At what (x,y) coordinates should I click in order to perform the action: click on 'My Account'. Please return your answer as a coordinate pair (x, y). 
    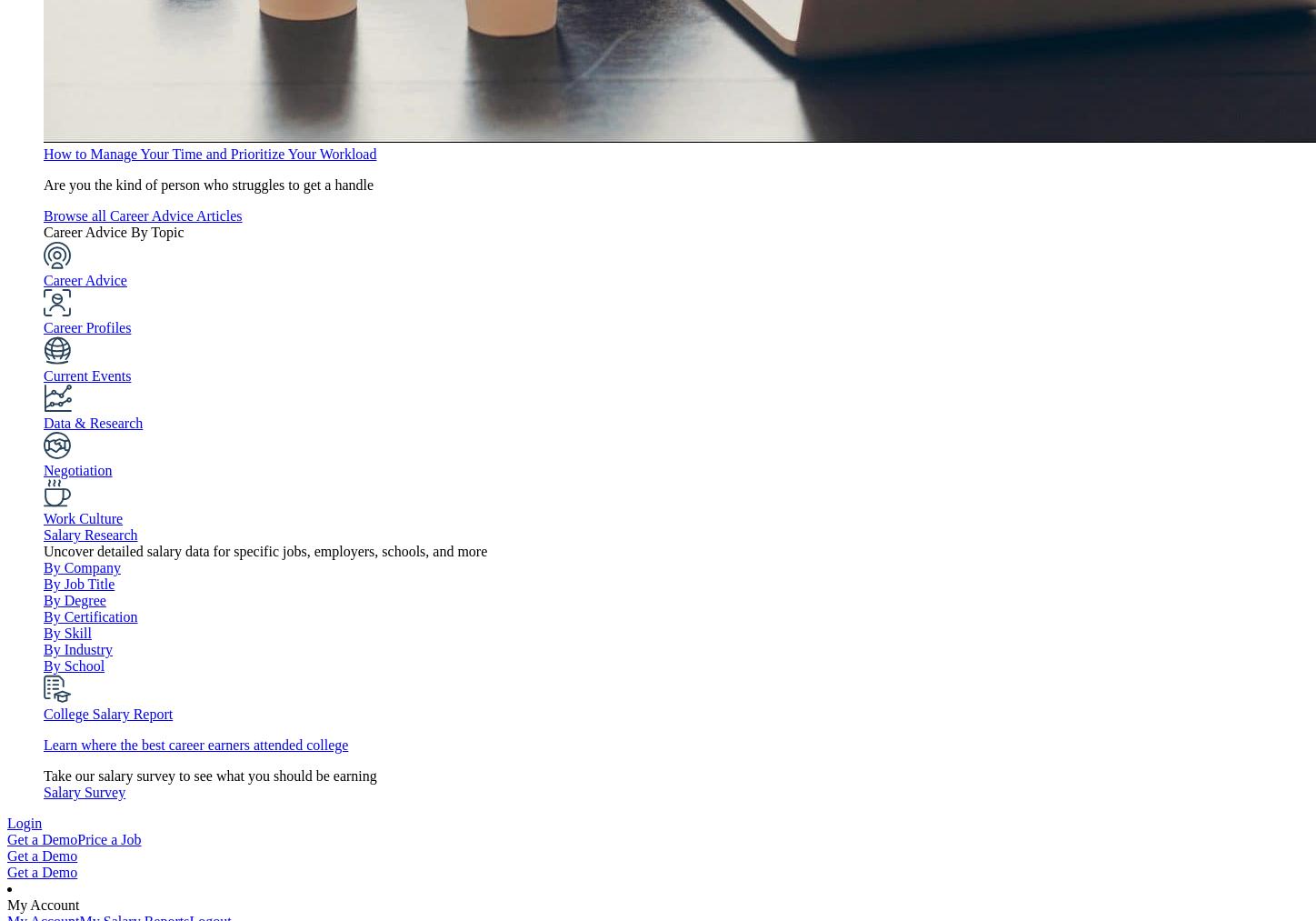
    Looking at the image, I should click on (43, 905).